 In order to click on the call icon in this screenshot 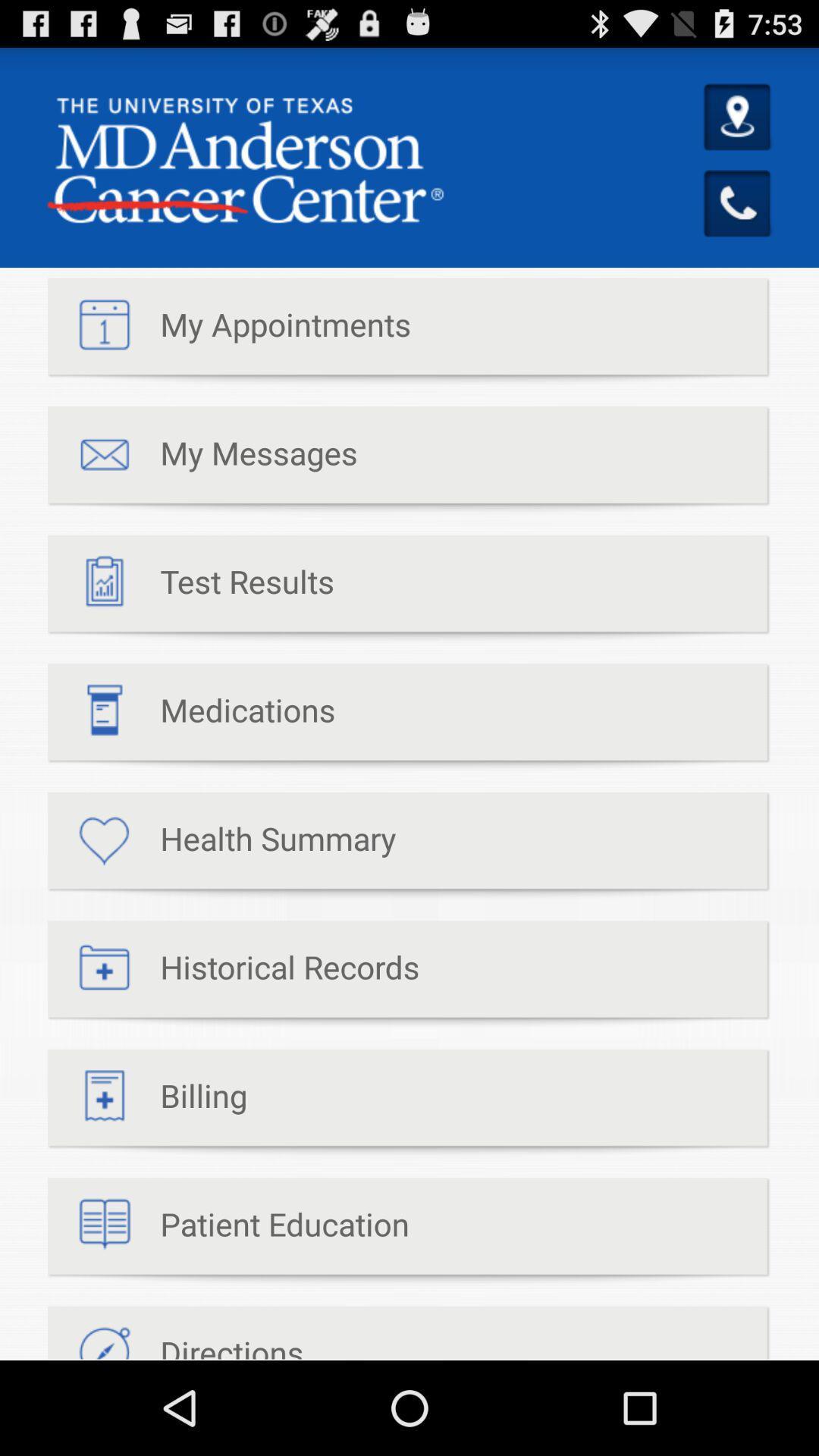, I will do `click(738, 223)`.